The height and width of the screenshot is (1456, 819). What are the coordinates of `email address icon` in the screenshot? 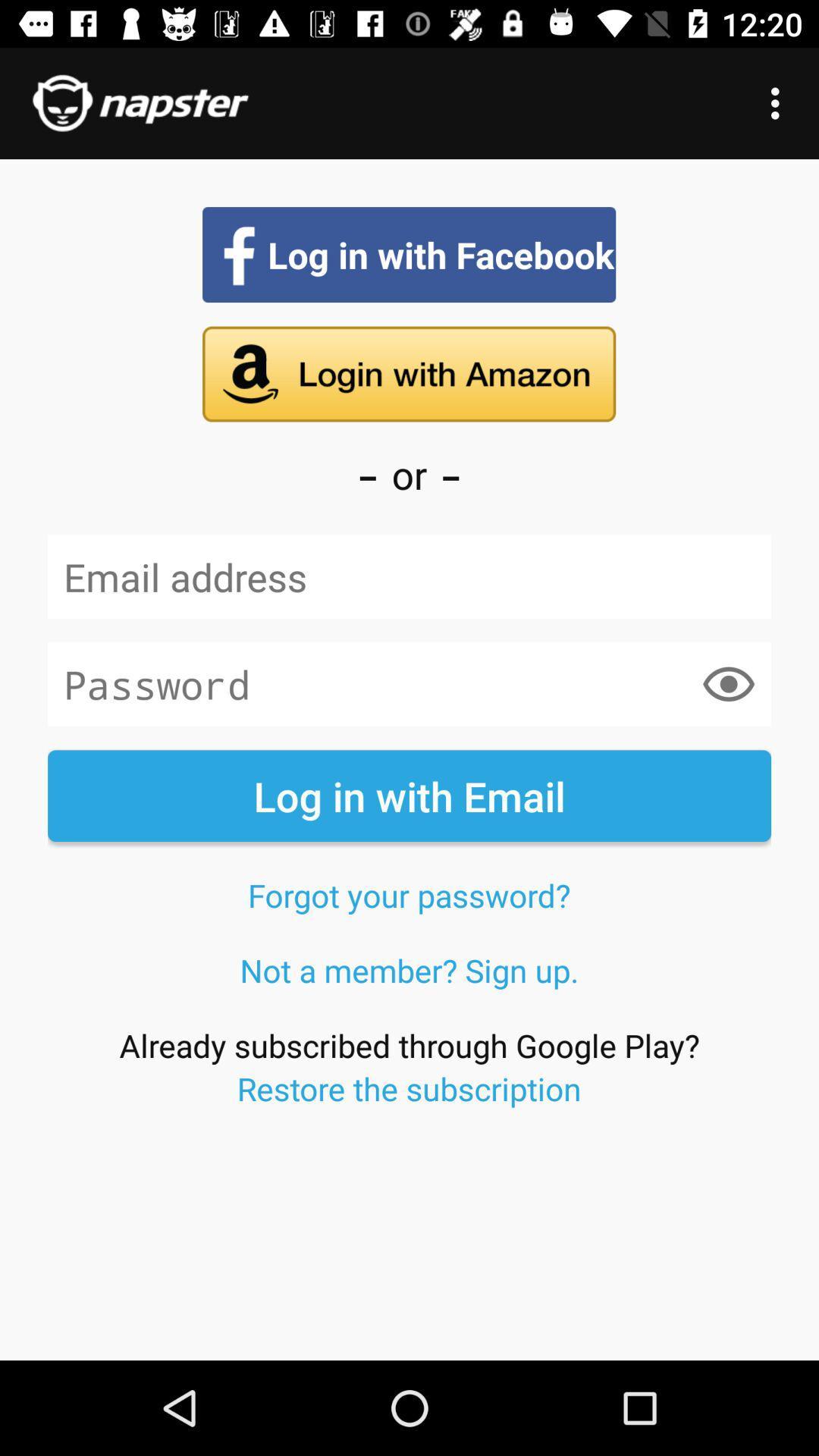 It's located at (409, 576).